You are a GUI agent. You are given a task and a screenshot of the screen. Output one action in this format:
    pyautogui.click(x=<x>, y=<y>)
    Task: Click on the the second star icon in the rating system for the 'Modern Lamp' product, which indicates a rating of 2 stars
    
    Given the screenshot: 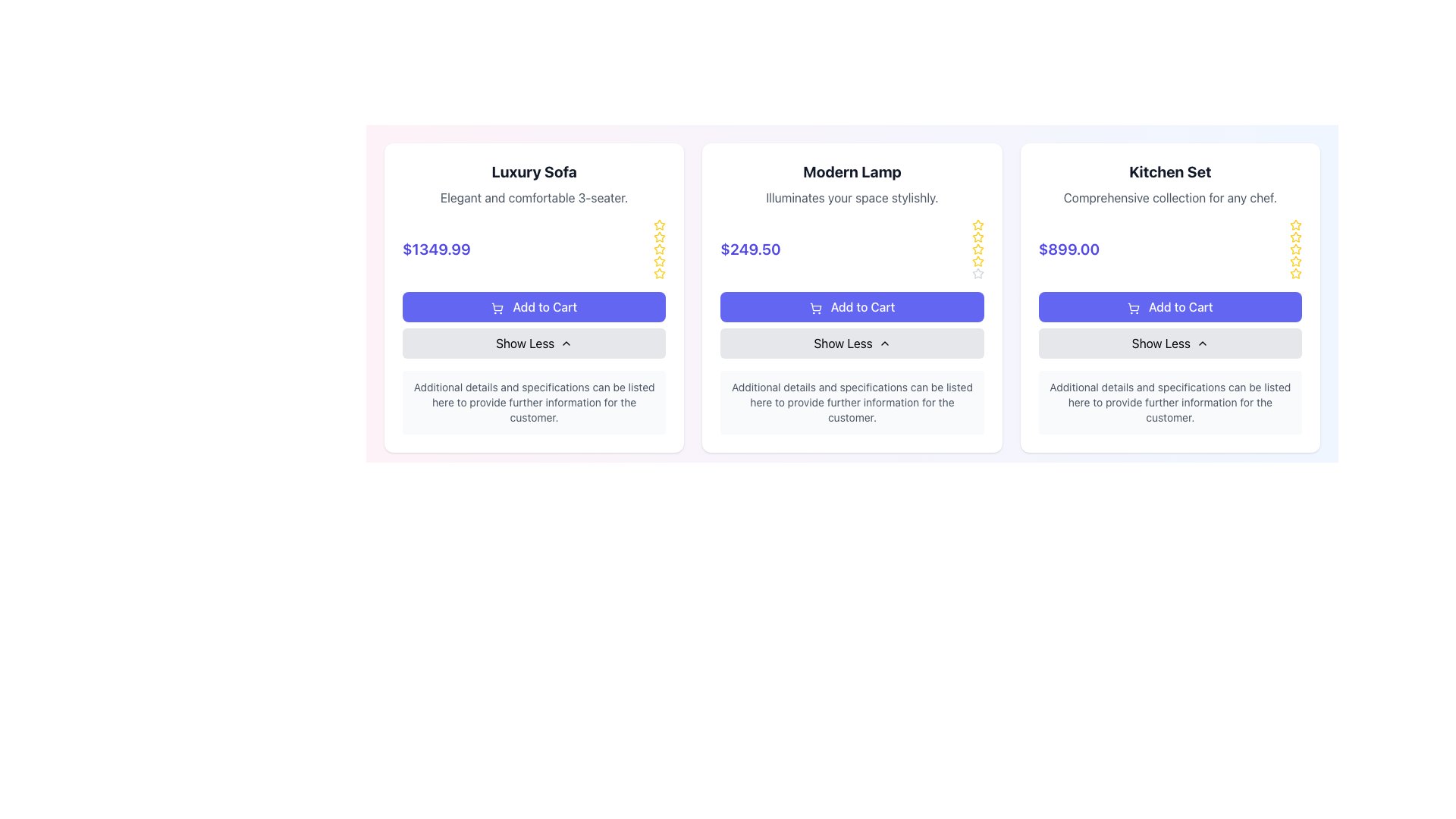 What is the action you would take?
    pyautogui.click(x=977, y=260)
    